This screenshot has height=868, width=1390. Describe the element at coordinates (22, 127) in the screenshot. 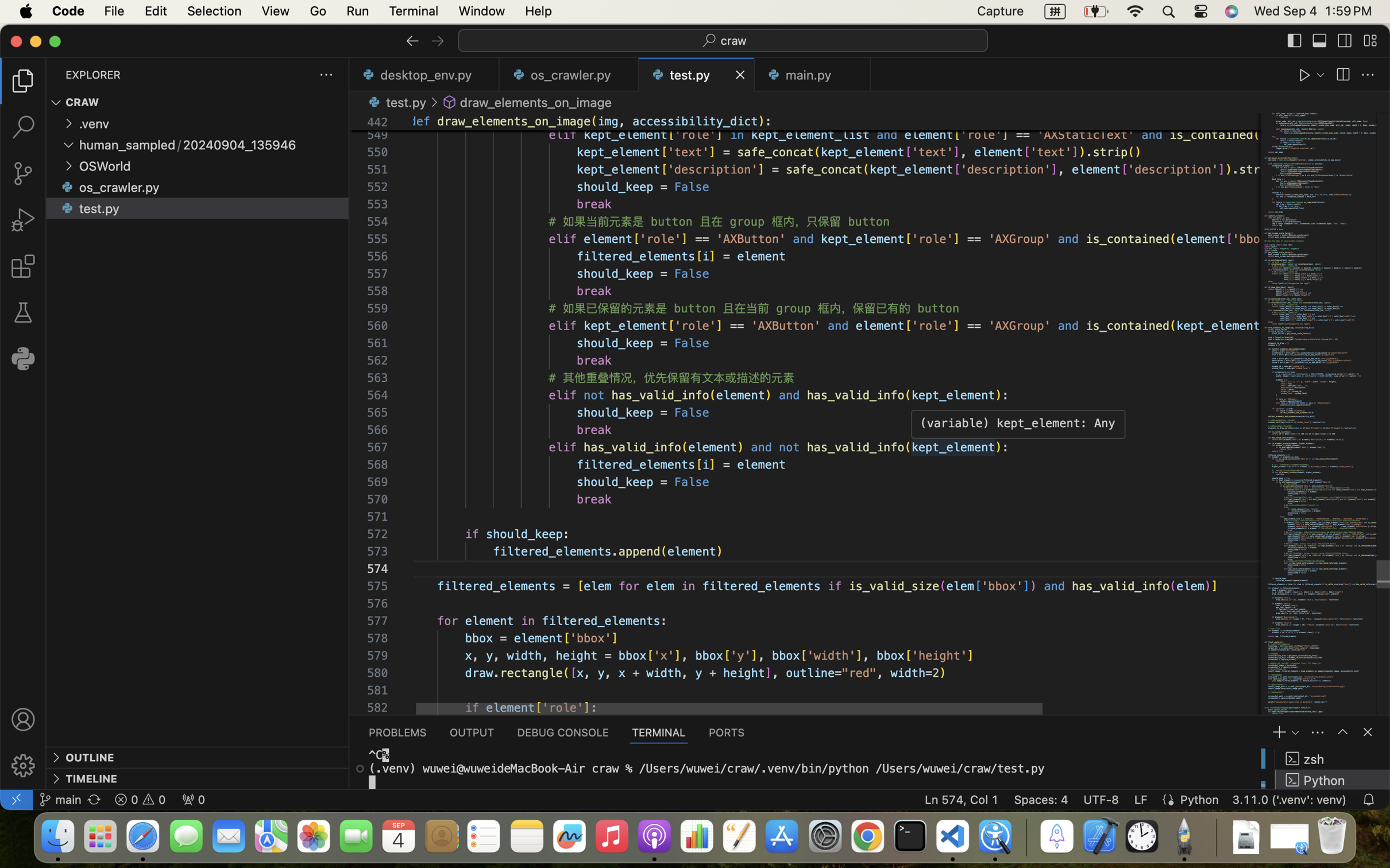

I see `'0 '` at that location.